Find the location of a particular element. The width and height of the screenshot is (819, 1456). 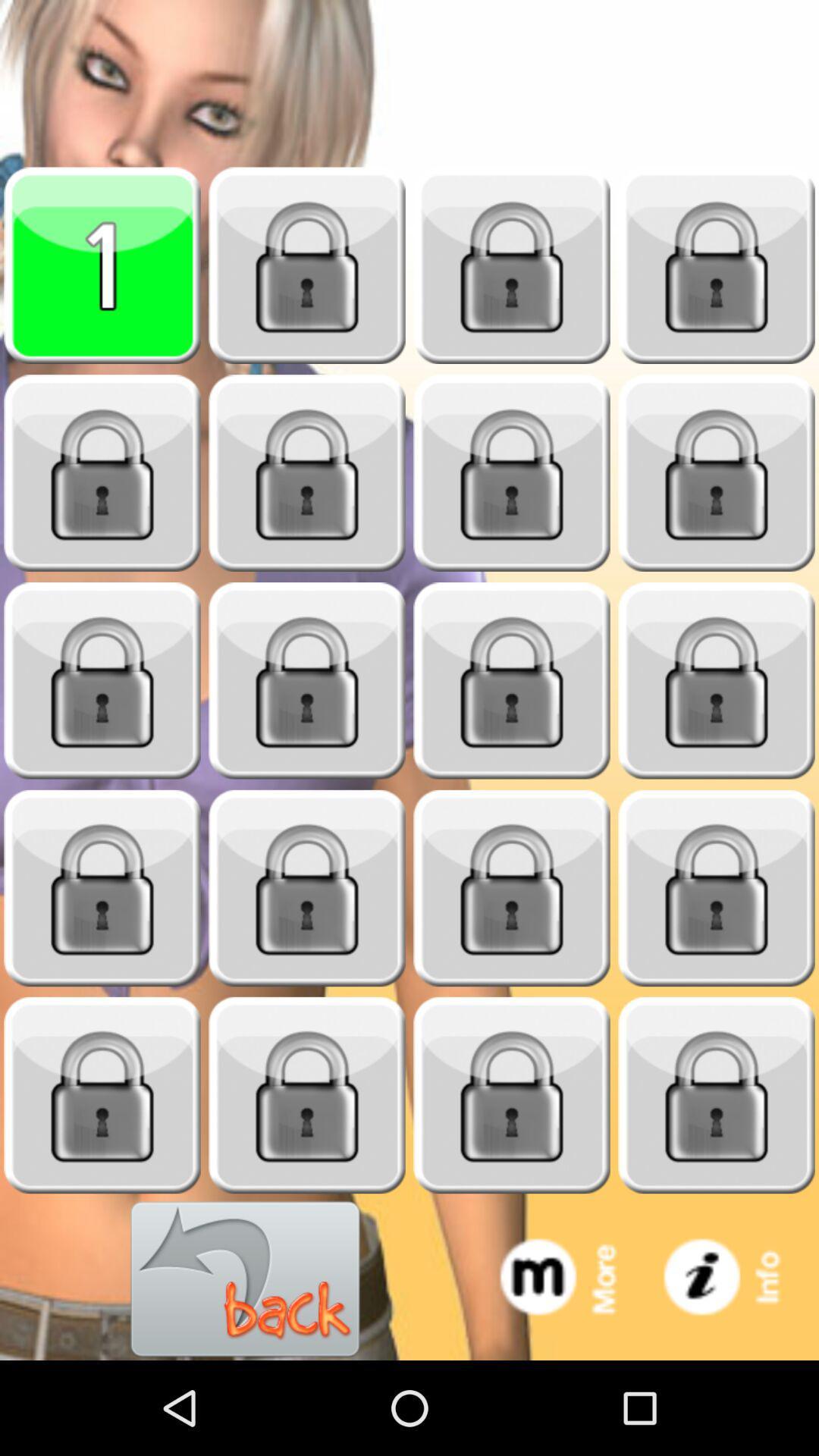

go back is located at coordinates (245, 1279).